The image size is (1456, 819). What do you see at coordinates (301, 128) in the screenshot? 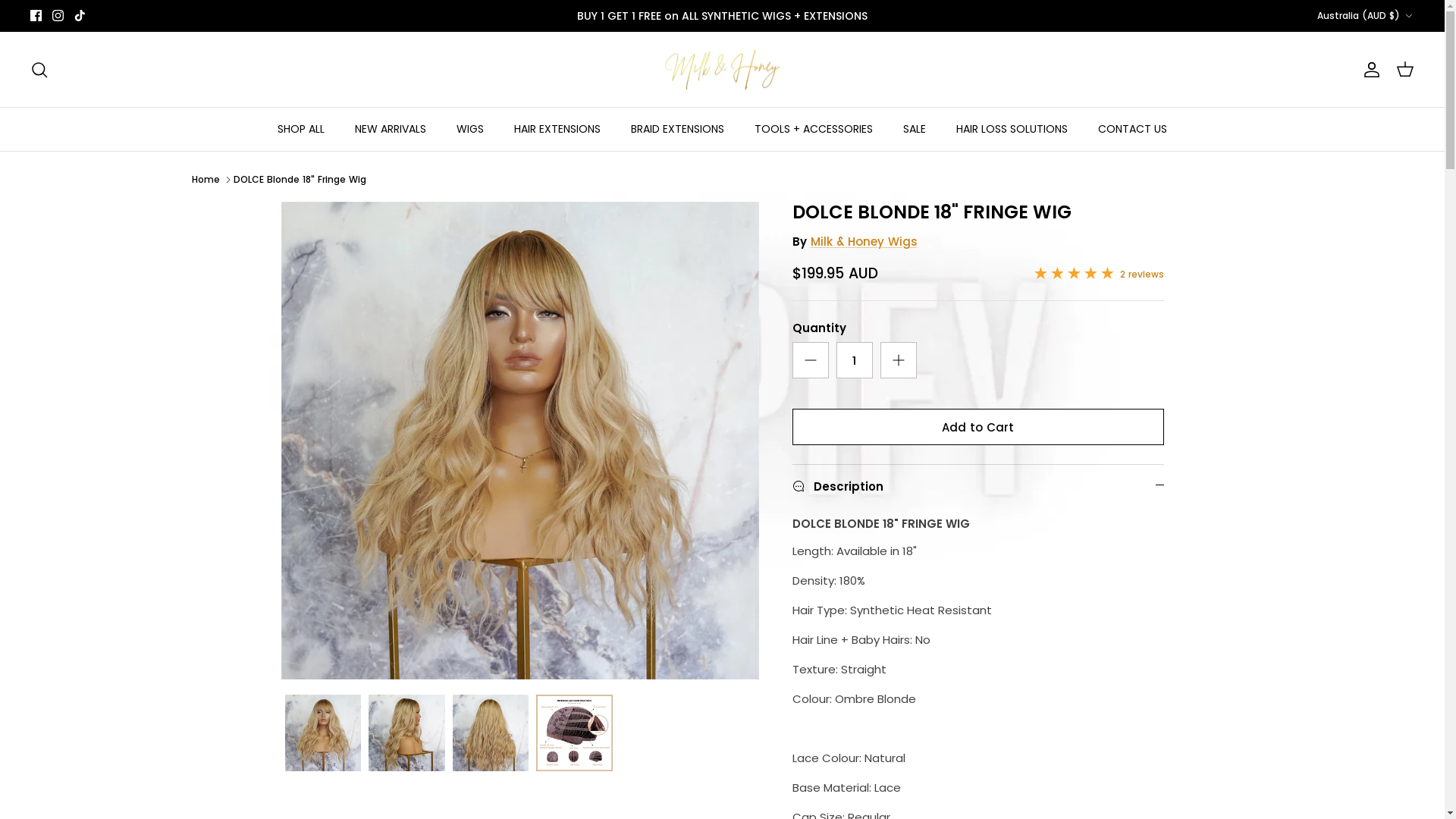
I see `'SHOP ALL'` at bounding box center [301, 128].